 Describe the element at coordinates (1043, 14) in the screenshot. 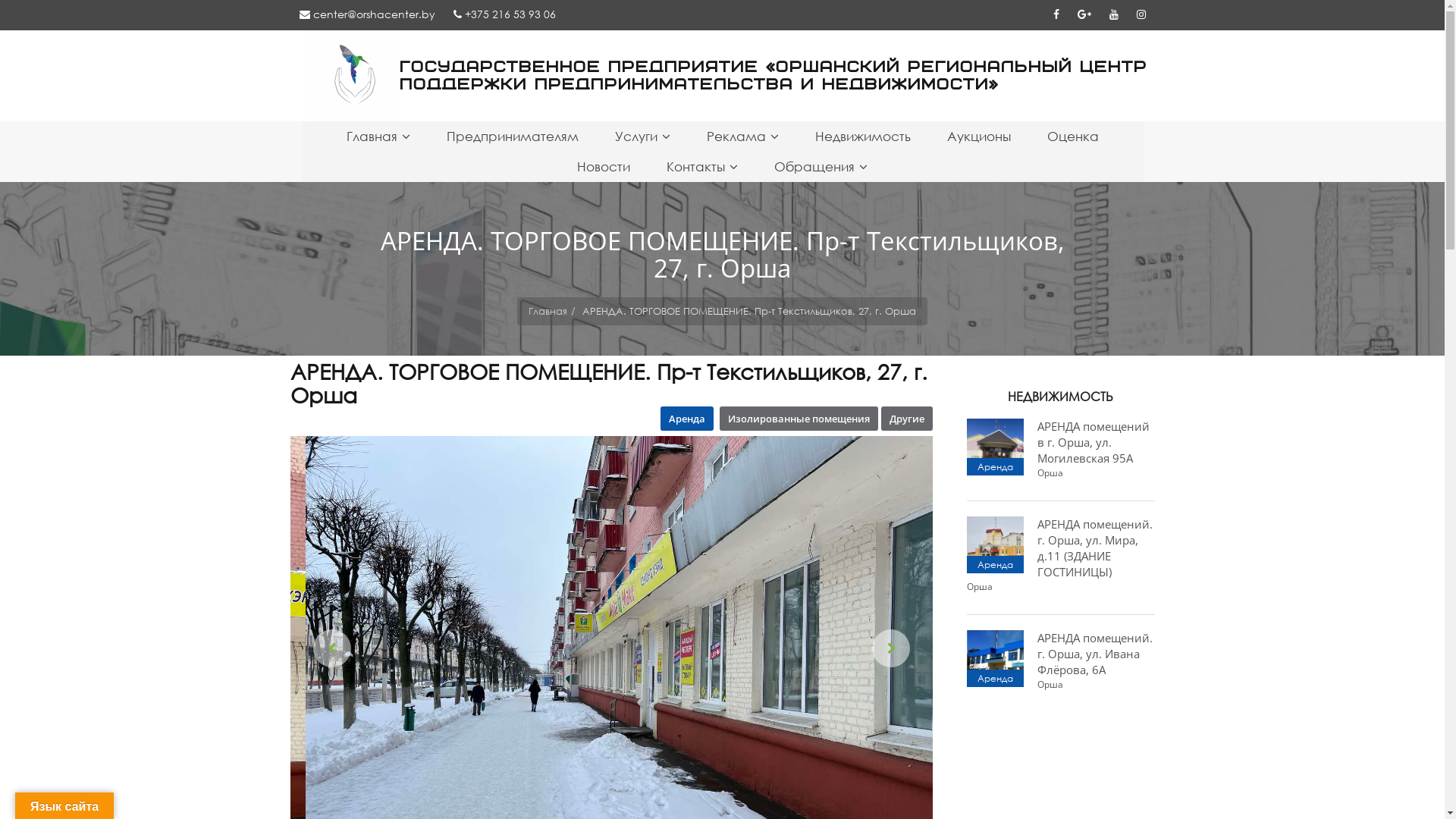

I see `'Facebook'` at that location.